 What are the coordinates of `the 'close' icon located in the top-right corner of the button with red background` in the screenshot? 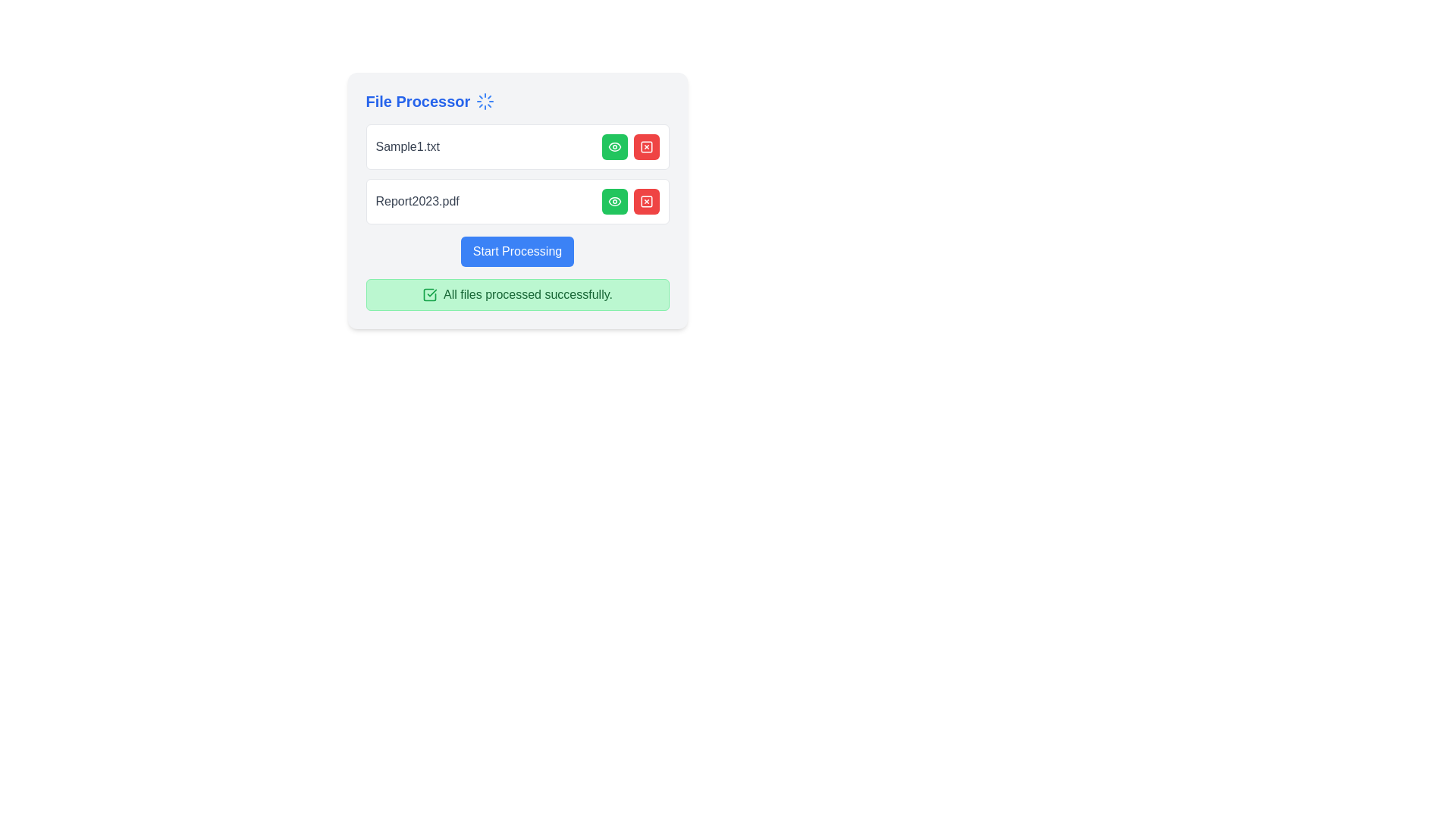 It's located at (646, 146).